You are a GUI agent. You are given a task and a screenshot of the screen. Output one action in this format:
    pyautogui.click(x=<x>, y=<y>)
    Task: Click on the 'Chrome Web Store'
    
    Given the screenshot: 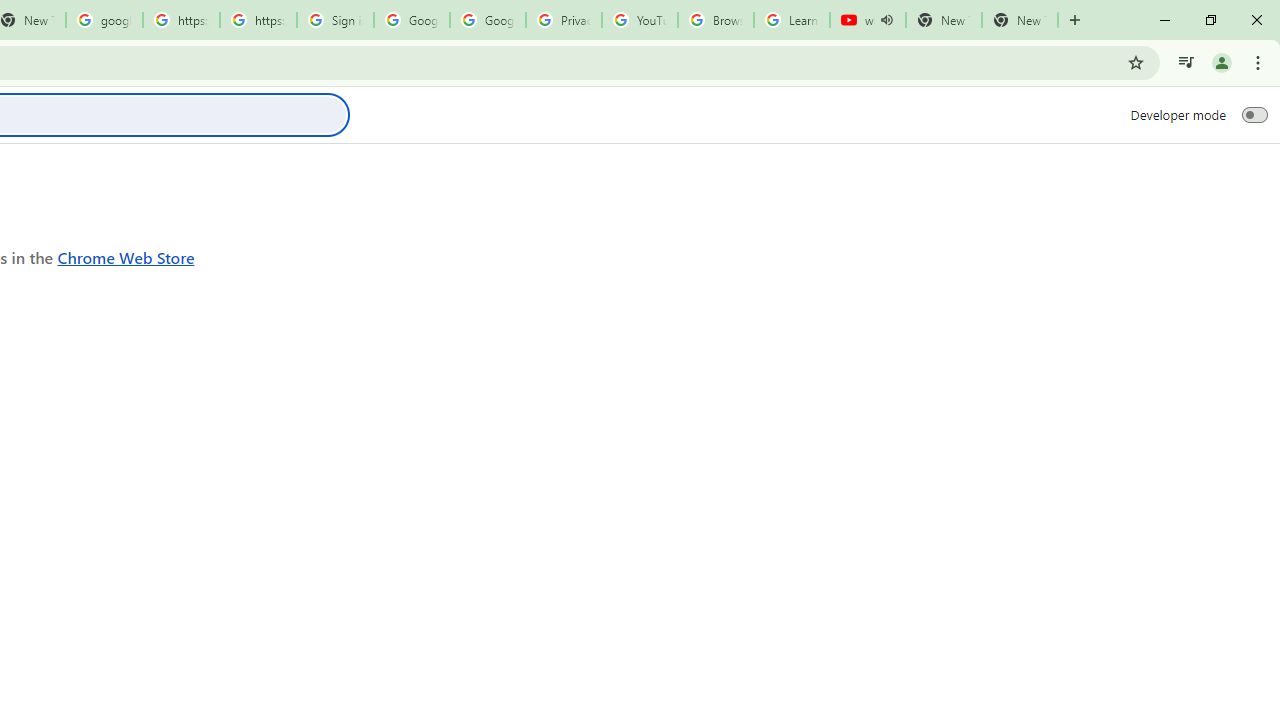 What is the action you would take?
    pyautogui.click(x=125, y=256)
    